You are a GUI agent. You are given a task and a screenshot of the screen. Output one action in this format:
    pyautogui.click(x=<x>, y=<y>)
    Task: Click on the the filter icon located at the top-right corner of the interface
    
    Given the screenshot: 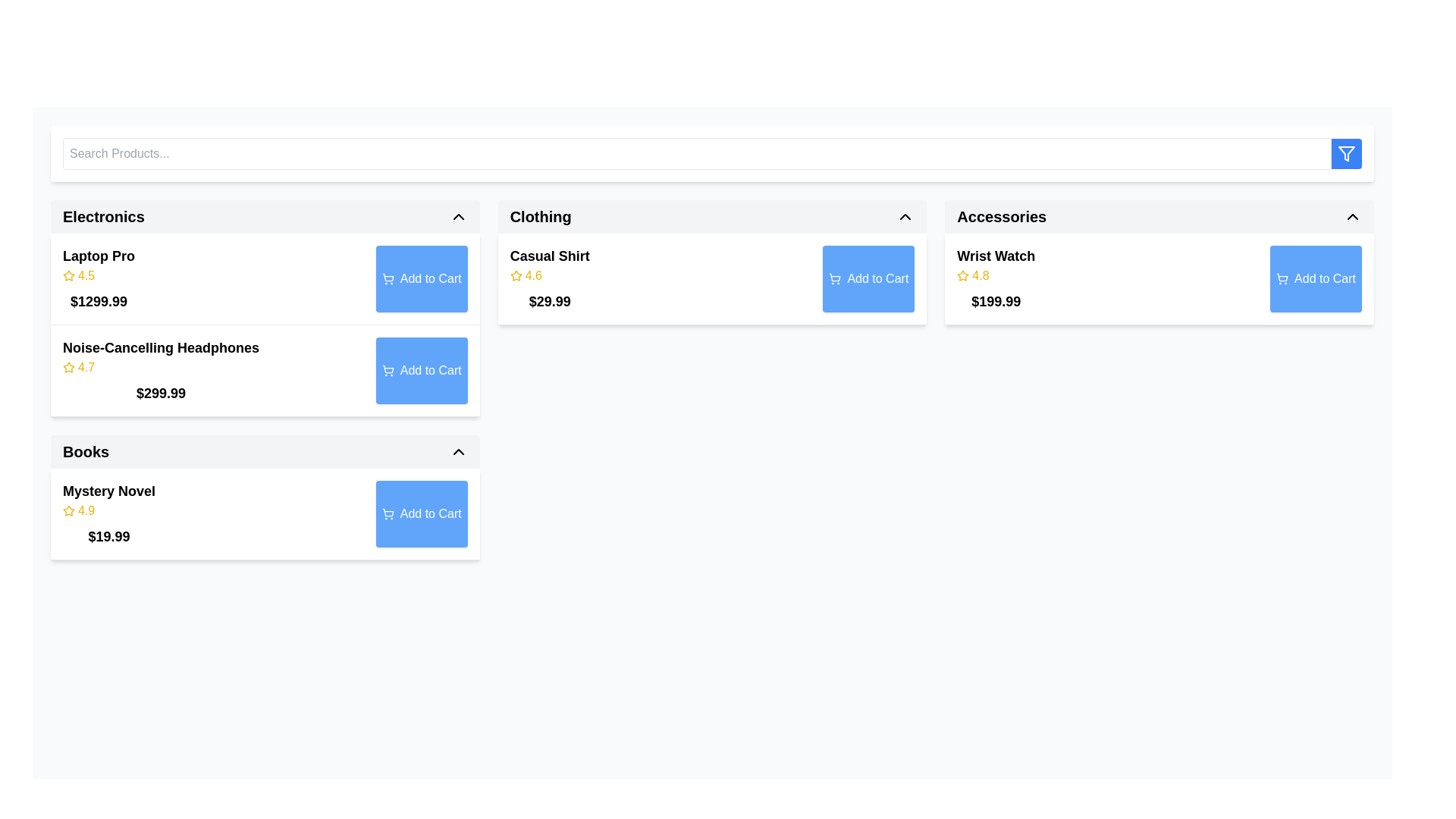 What is the action you would take?
    pyautogui.click(x=1347, y=154)
    